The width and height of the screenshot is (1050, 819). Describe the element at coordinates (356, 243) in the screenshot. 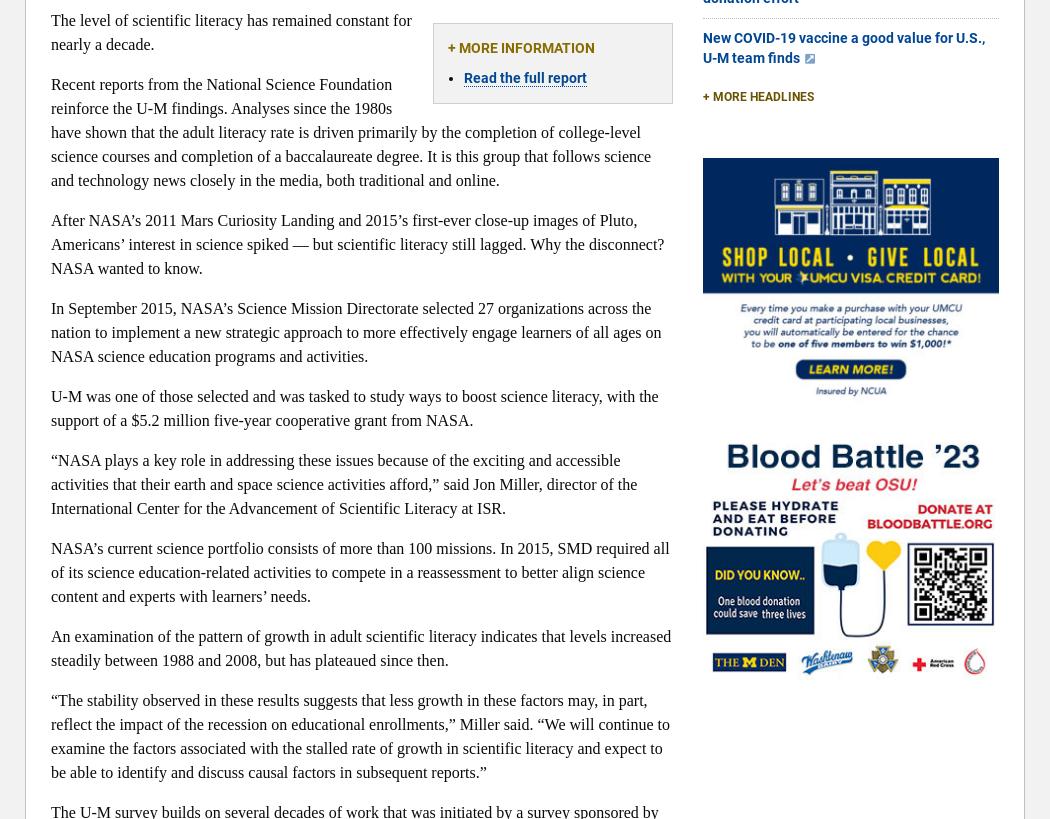

I see `'After NASA’s 2011 Mars Curiosity Landing and 2015’s first-ever close-up images of Pluto, Americans’ interest in science spiked — but scientific literacy still lagged. Why the disconnect? NASA wanted to know.'` at that location.